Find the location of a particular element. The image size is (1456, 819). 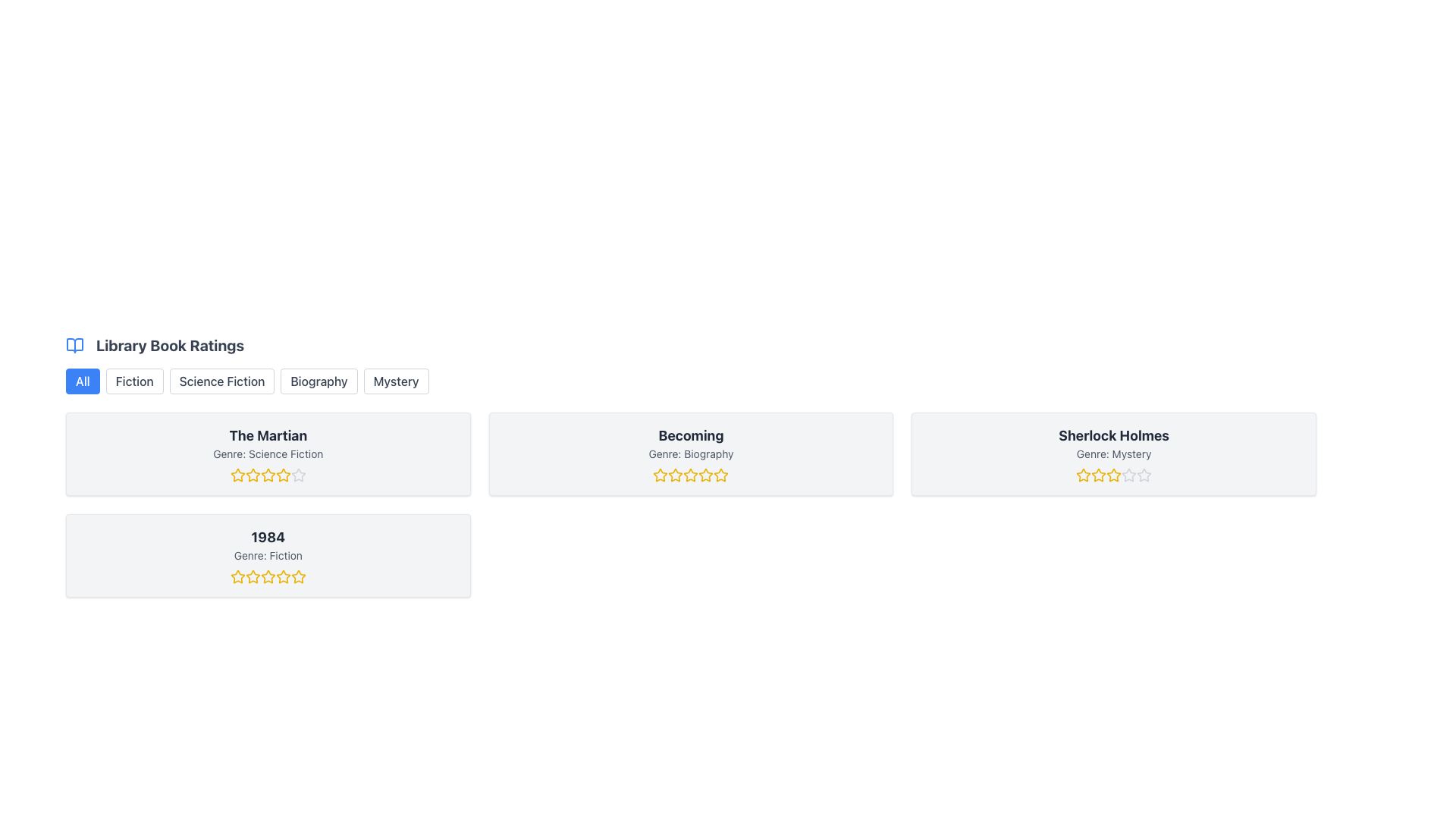

the fourth star icon in the horizontal group of five stars under the 'Becoming' card is located at coordinates (705, 474).